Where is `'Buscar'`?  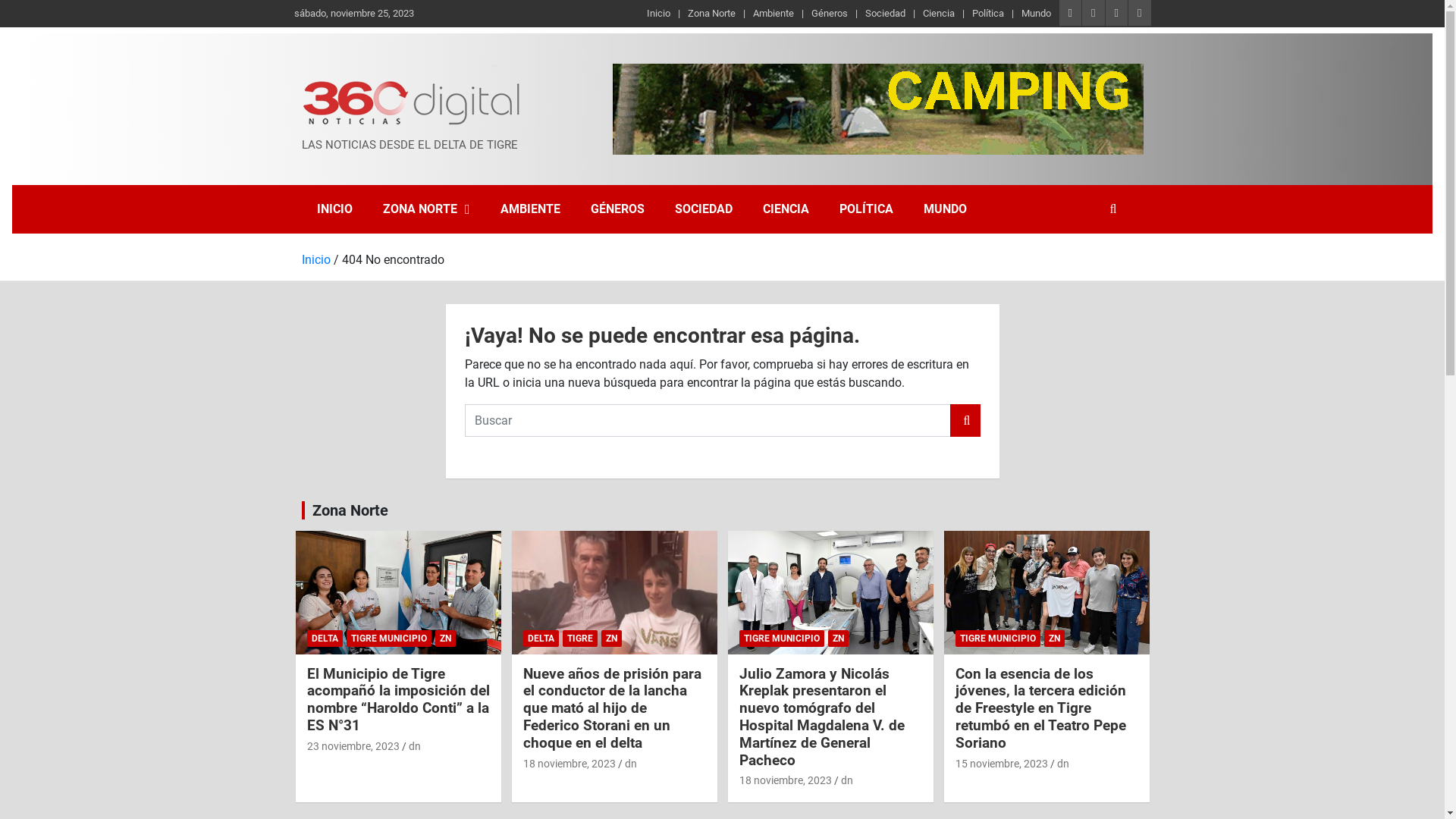
'Buscar' is located at coordinates (964, 420).